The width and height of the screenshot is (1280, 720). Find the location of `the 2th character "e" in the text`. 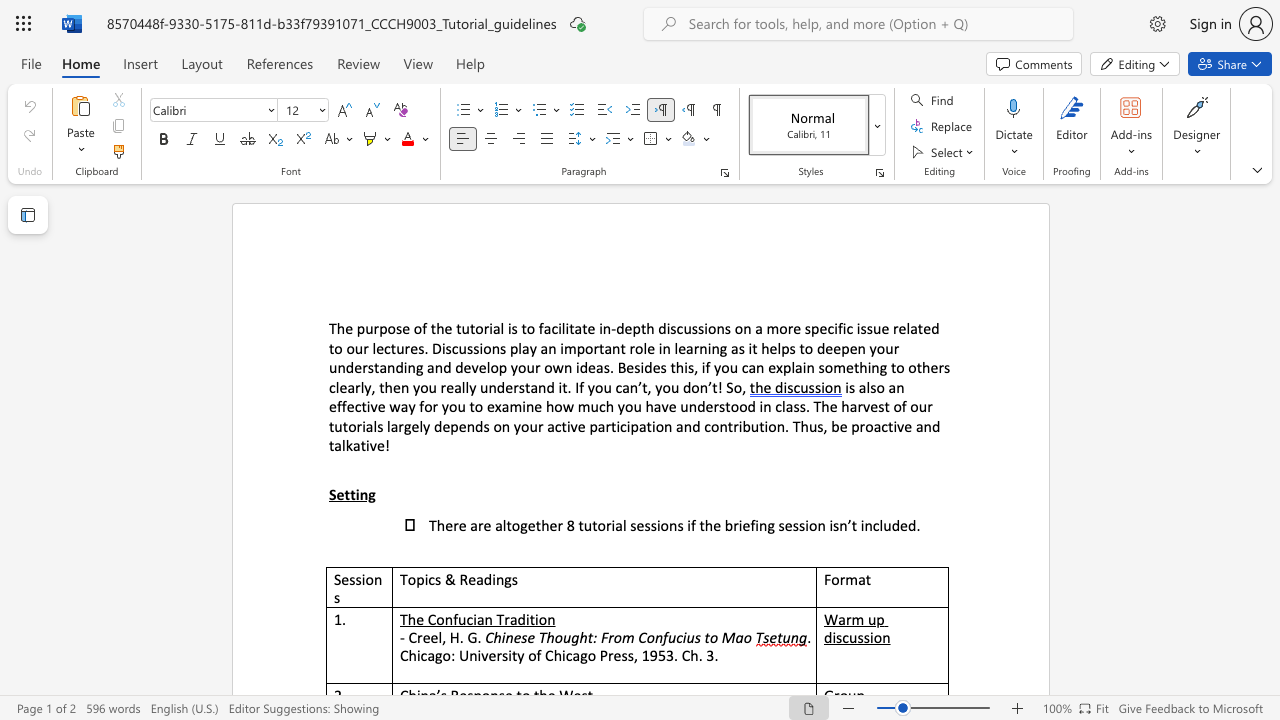

the 2th character "e" in the text is located at coordinates (433, 637).